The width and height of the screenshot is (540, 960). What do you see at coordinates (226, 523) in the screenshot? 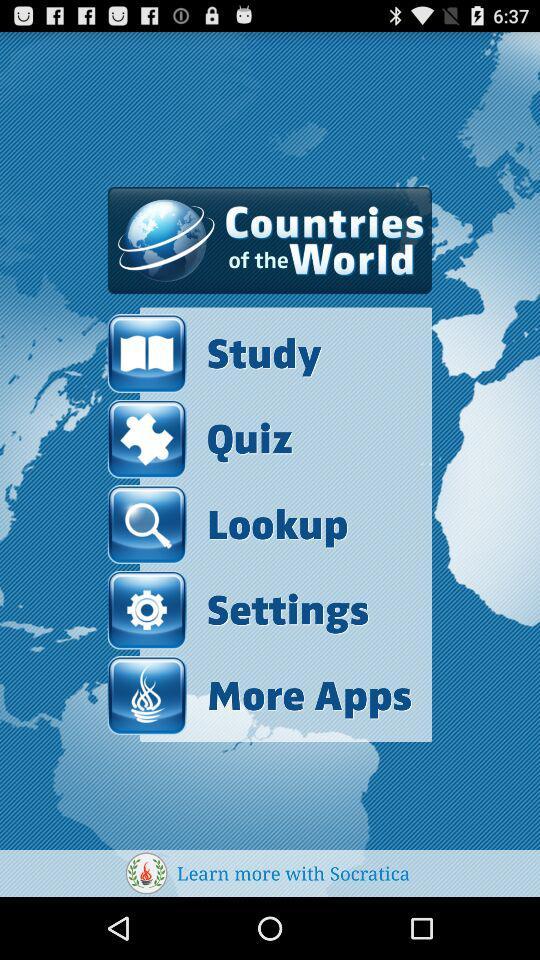
I see `the item above the settings item` at bounding box center [226, 523].